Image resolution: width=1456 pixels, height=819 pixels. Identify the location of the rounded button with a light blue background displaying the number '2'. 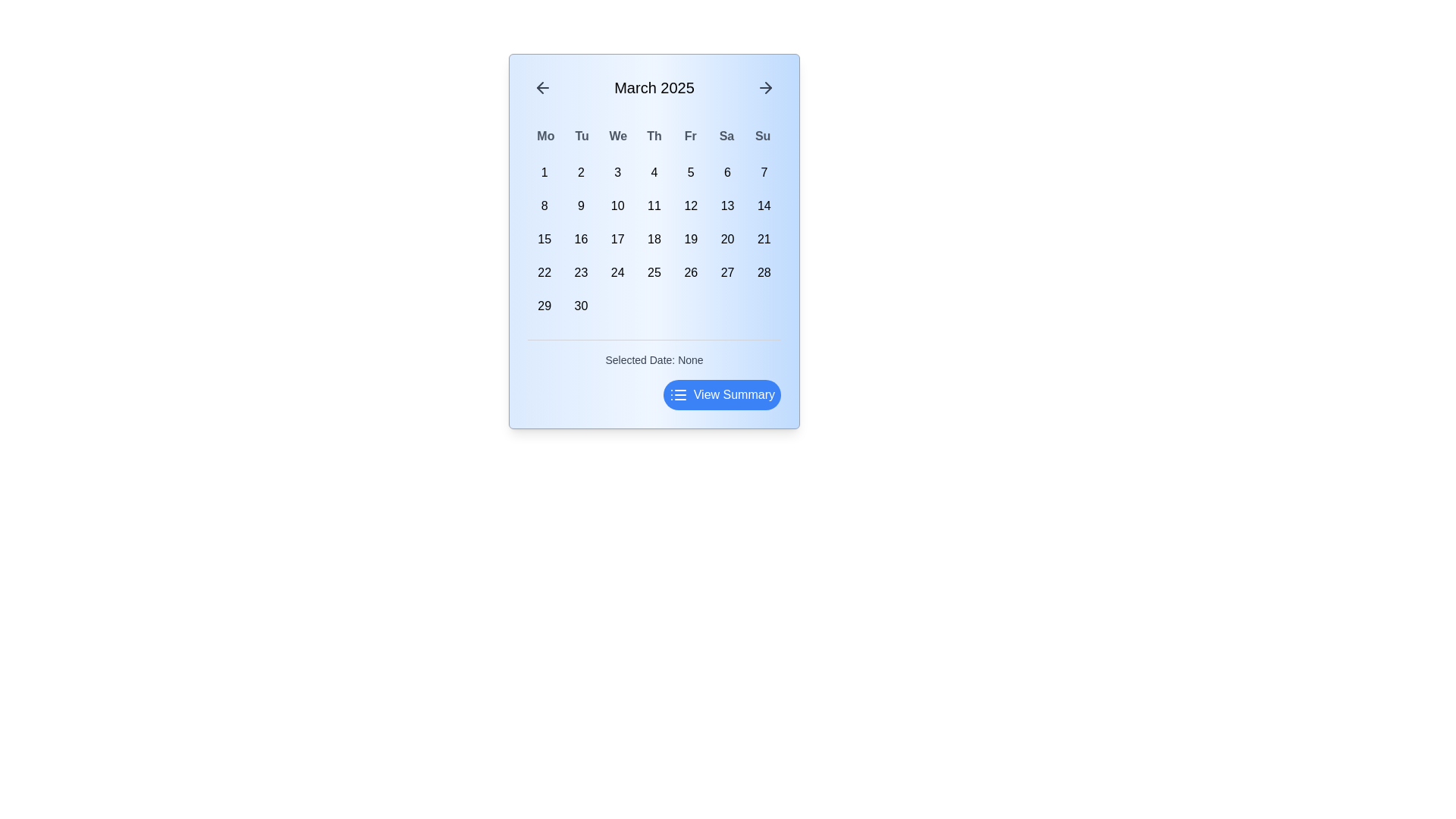
(580, 171).